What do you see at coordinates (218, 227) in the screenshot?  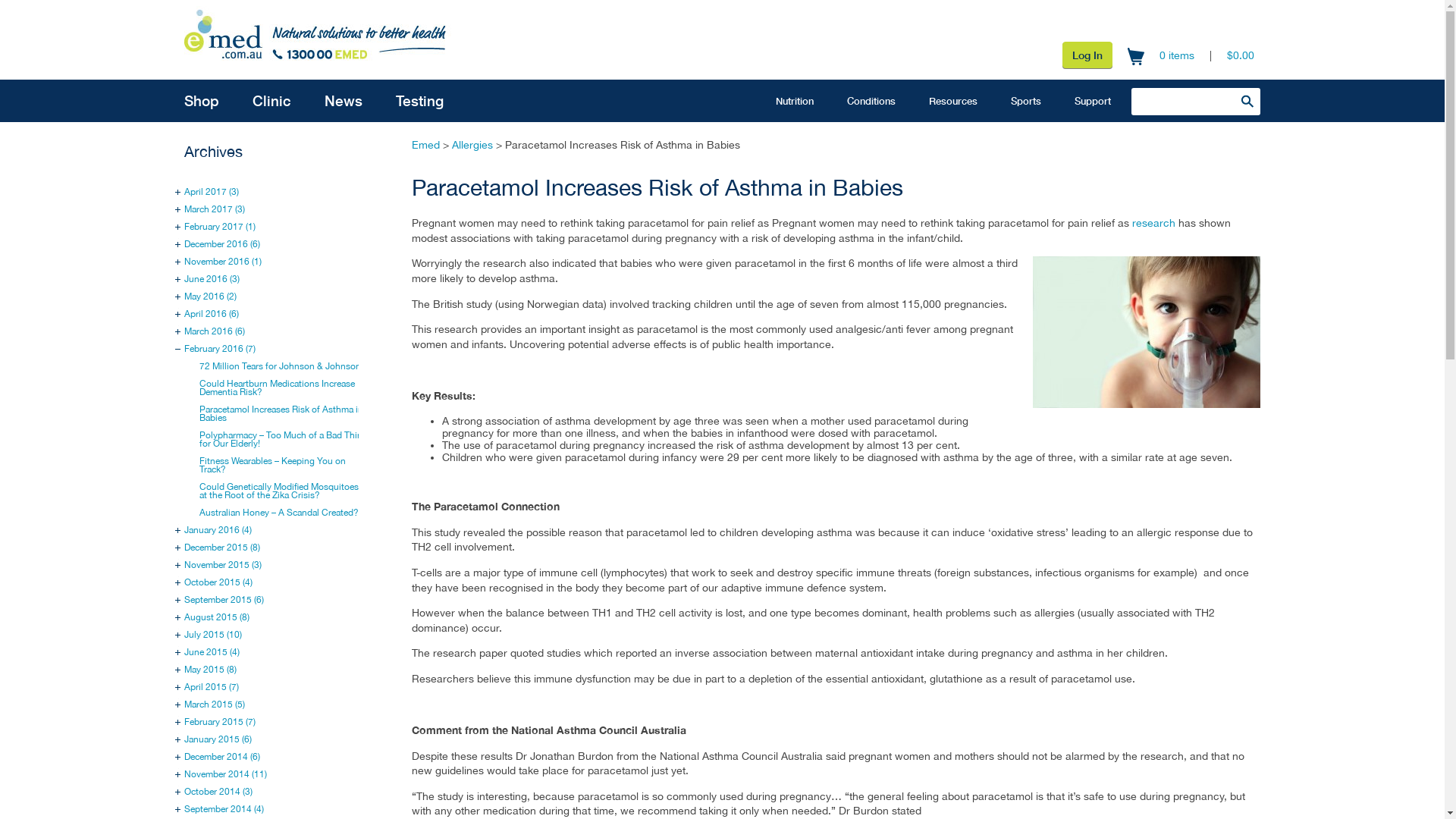 I see `'February 2017 (1)'` at bounding box center [218, 227].